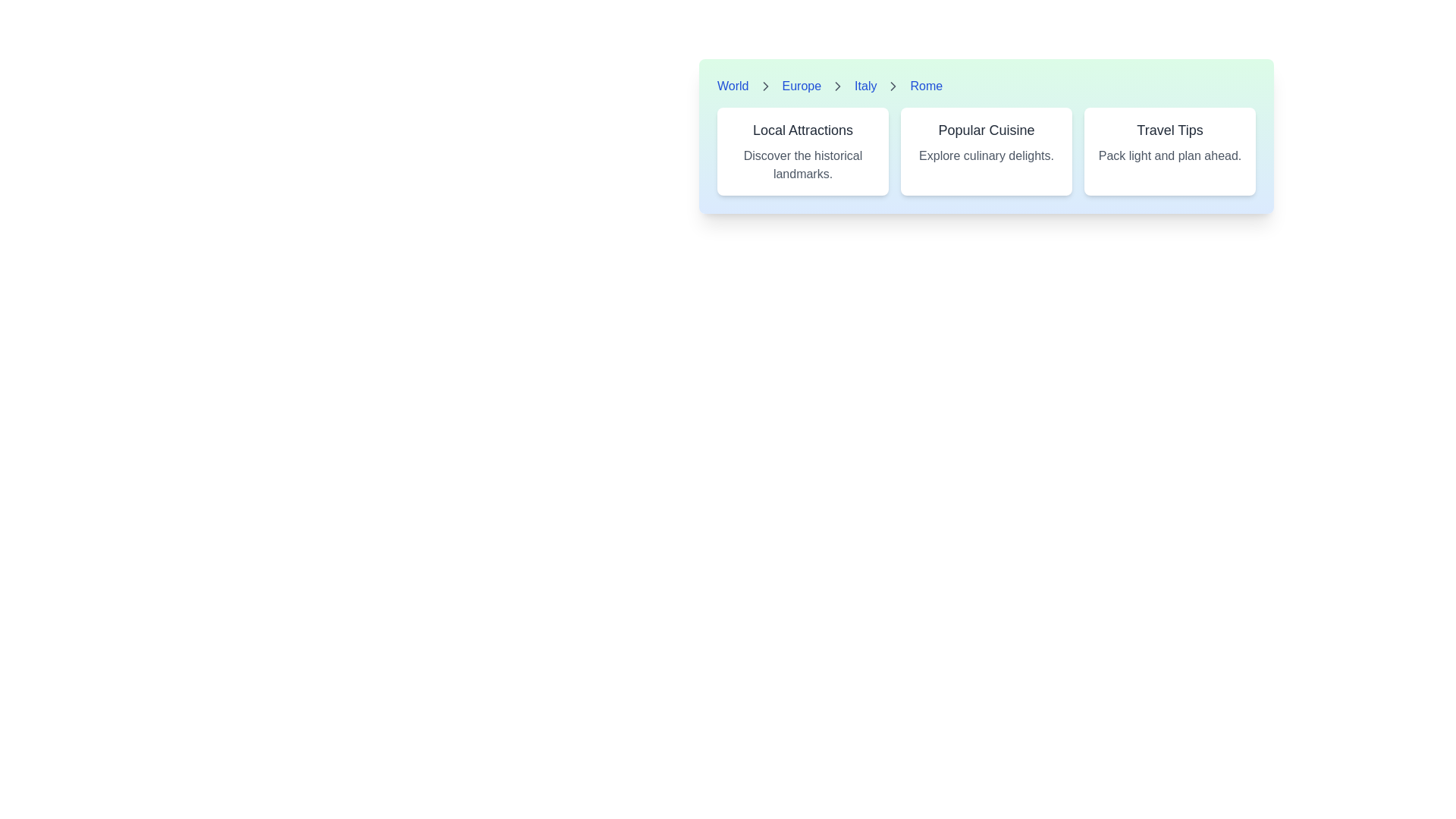 Image resolution: width=1456 pixels, height=819 pixels. Describe the element at coordinates (802, 165) in the screenshot. I see `the informative text block located below the 'Local Attractions' heading in the white card with rounded corners` at that location.